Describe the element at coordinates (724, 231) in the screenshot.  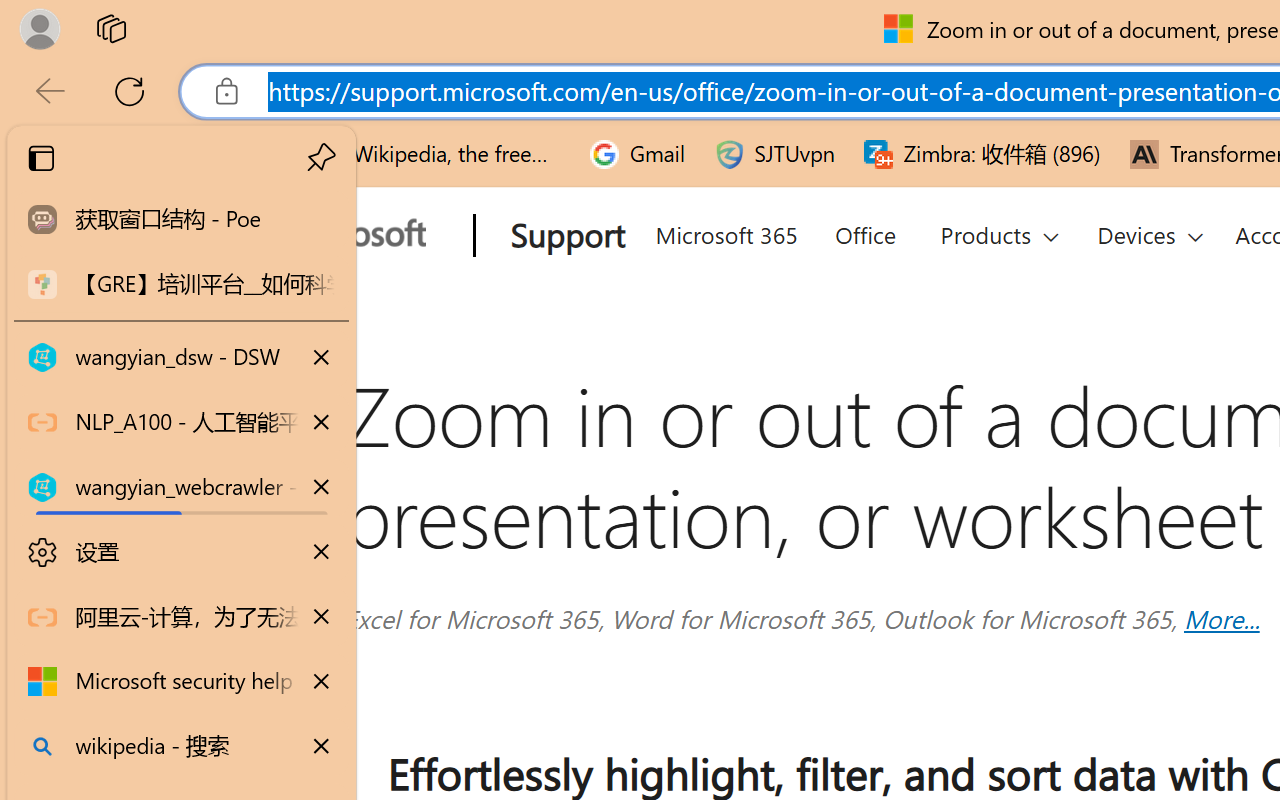
I see `'Microsoft 365'` at that location.